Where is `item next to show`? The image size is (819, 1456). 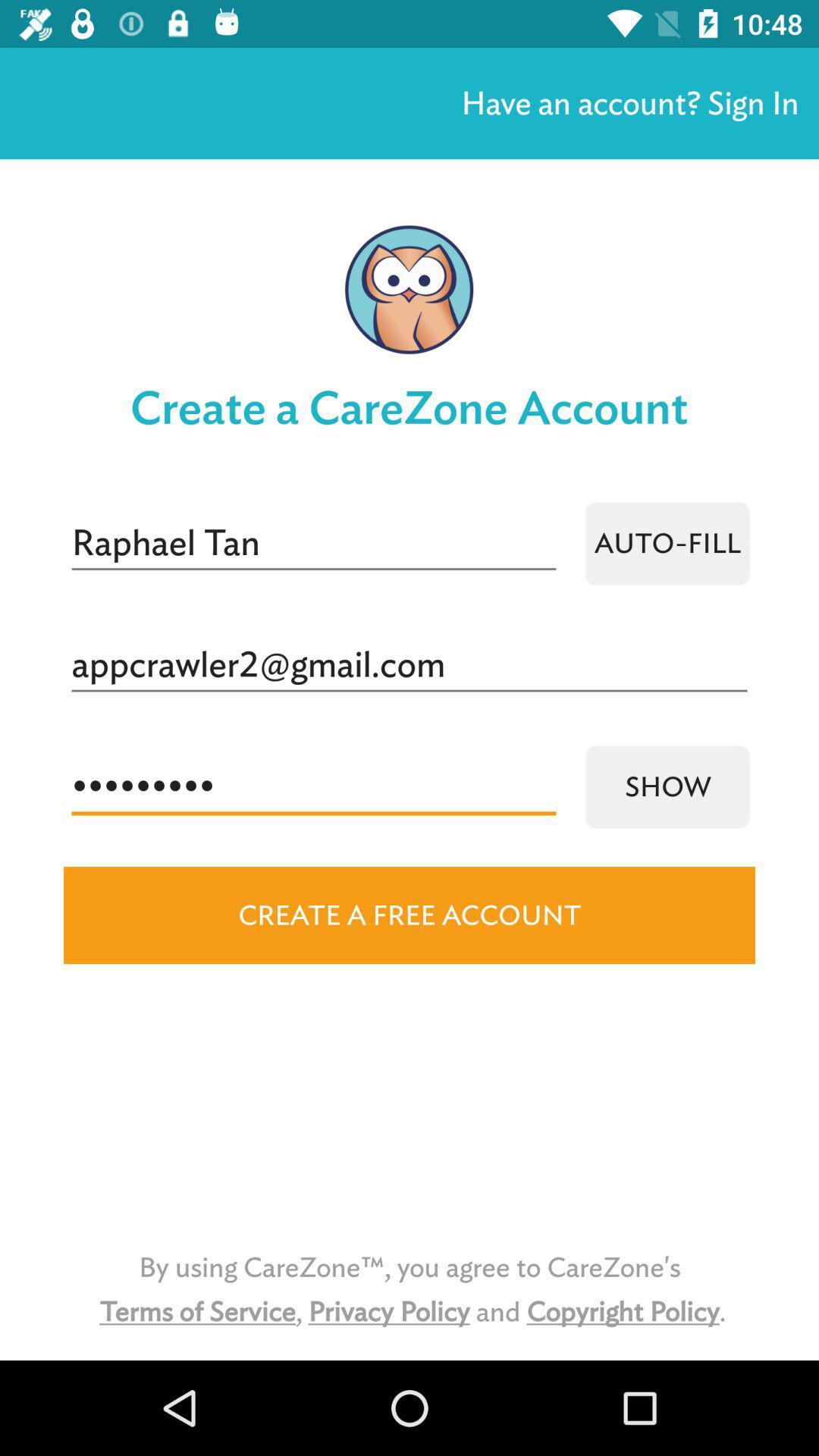
item next to show is located at coordinates (312, 786).